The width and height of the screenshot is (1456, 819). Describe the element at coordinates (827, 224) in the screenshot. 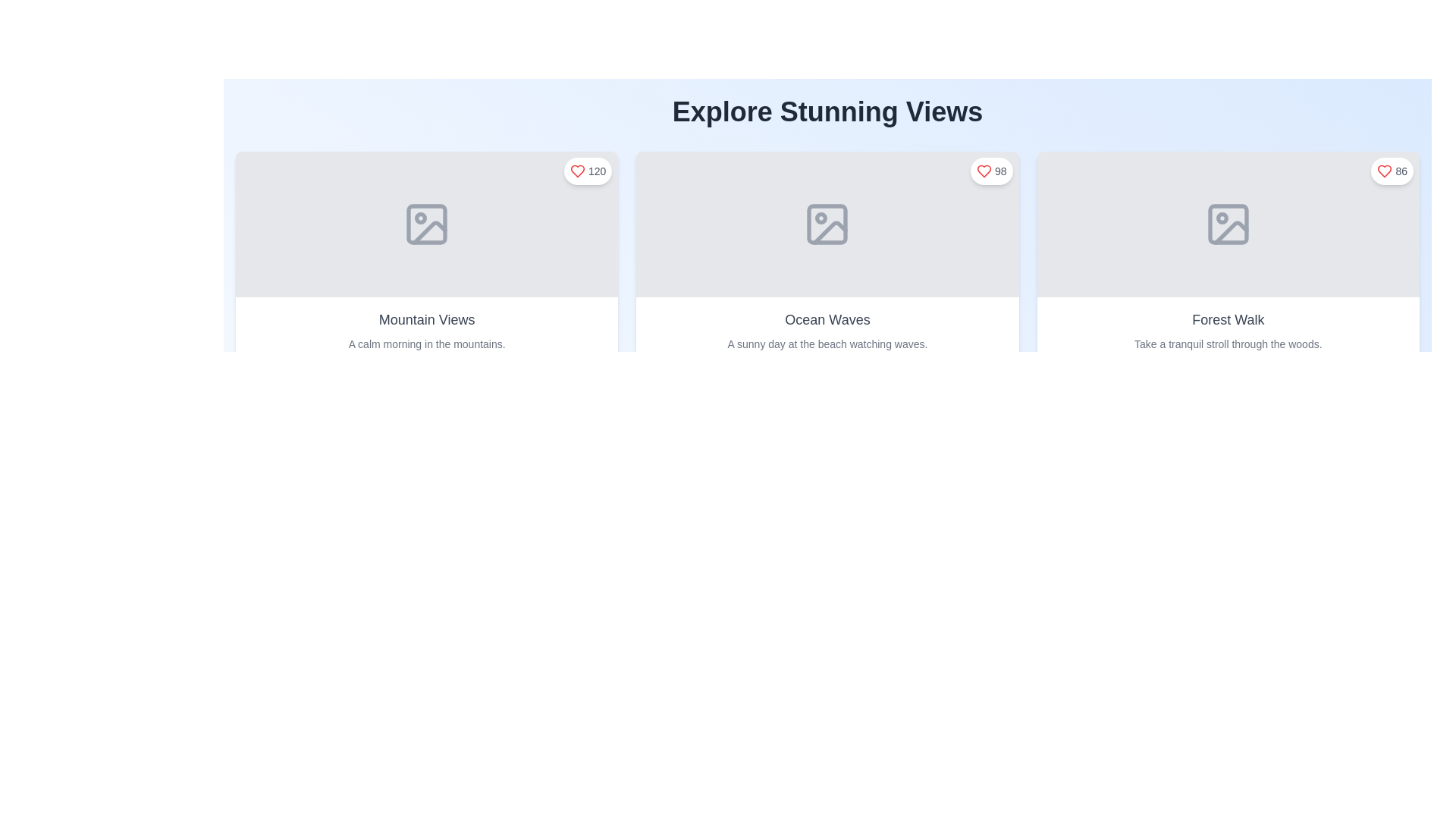

I see `the SVG image placeholder icon, which is a minimalistic design with a gray stroke, located centrally in the 'Ocean Waves' card under the 'Explore Stunning Views' section` at that location.